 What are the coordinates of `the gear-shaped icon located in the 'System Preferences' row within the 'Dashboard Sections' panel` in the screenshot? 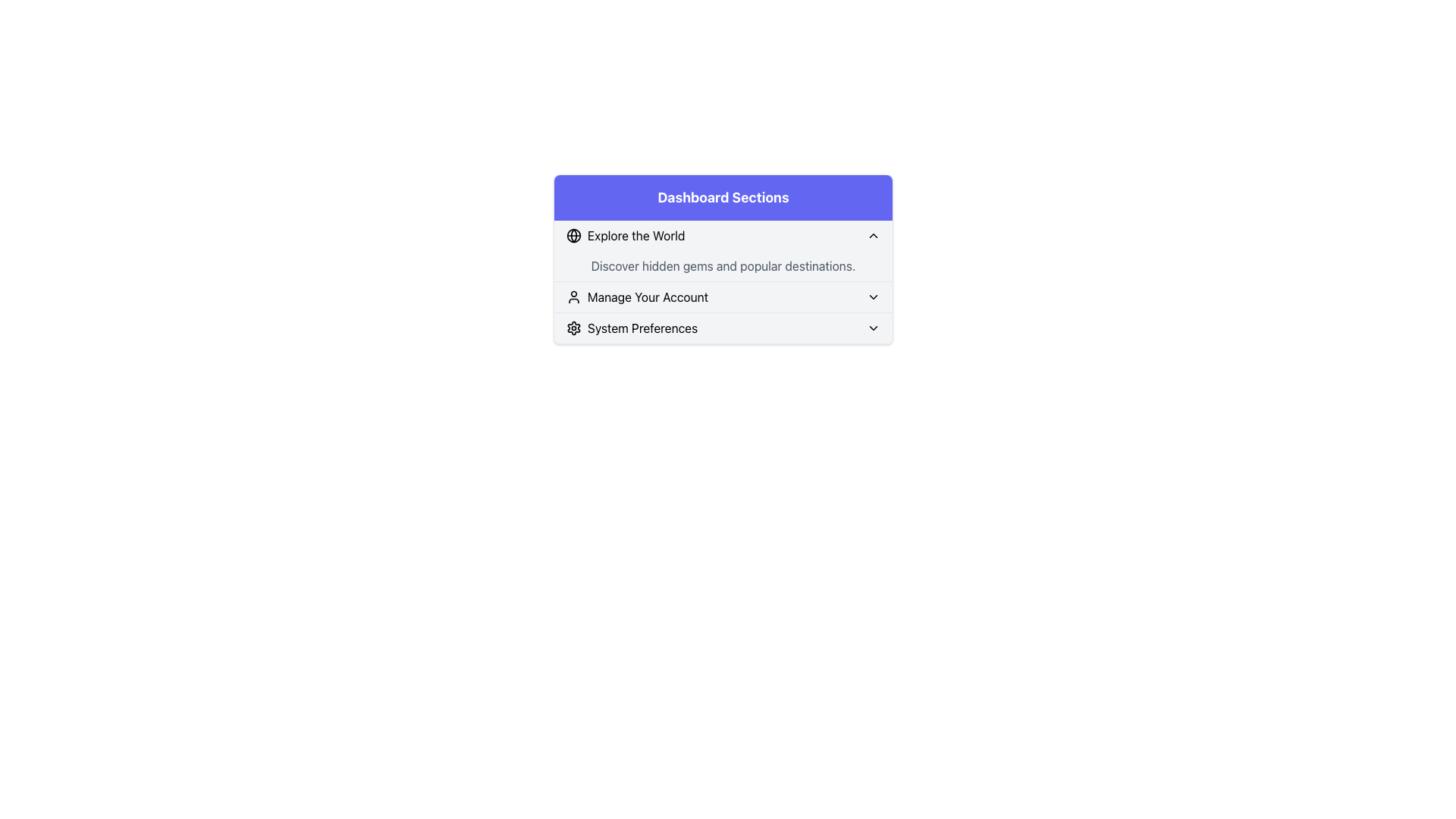 It's located at (573, 327).